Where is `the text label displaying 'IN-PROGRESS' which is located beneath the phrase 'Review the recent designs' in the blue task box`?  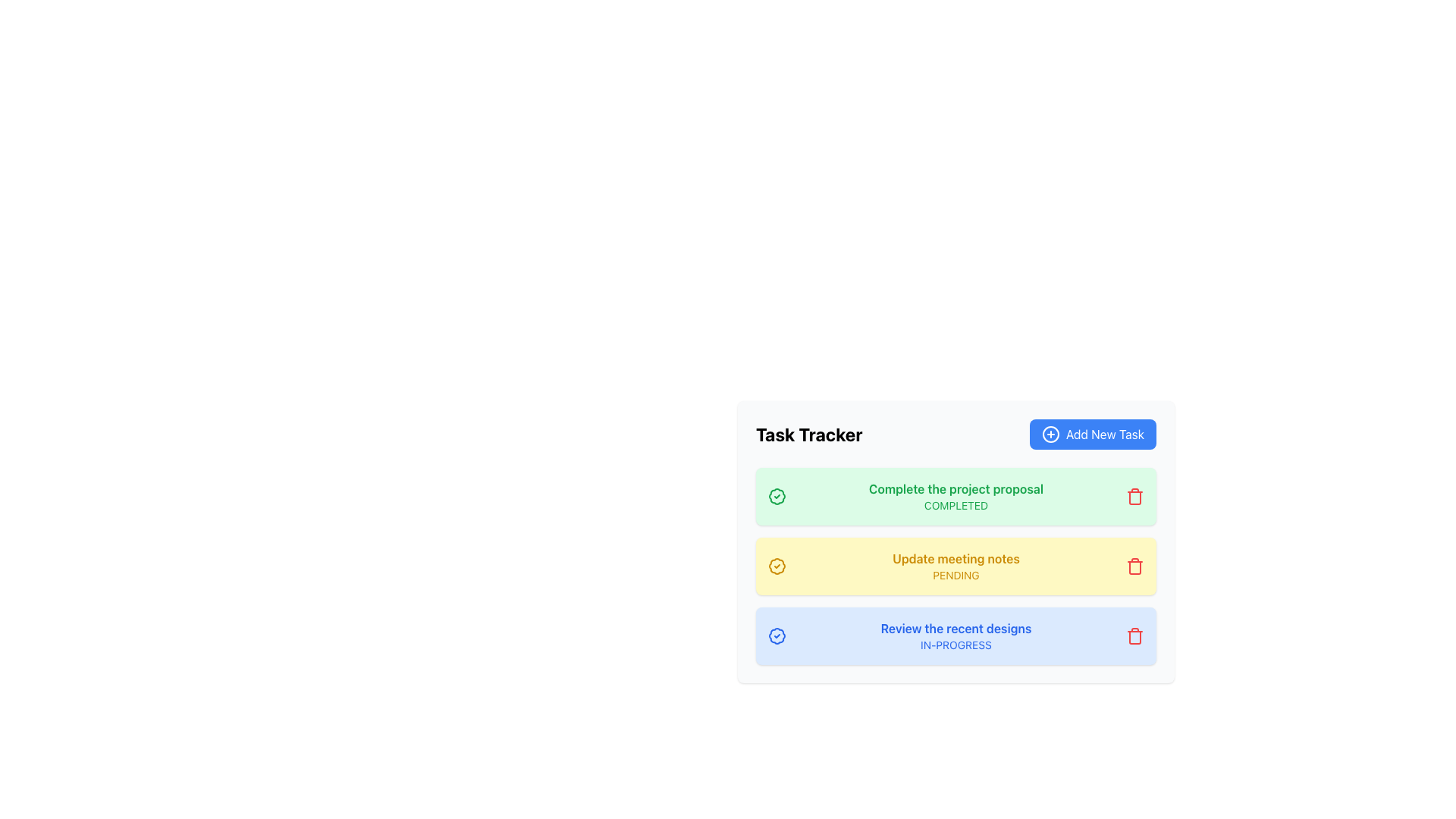 the text label displaying 'IN-PROGRESS' which is located beneath the phrase 'Review the recent designs' in the blue task box is located at coordinates (955, 645).